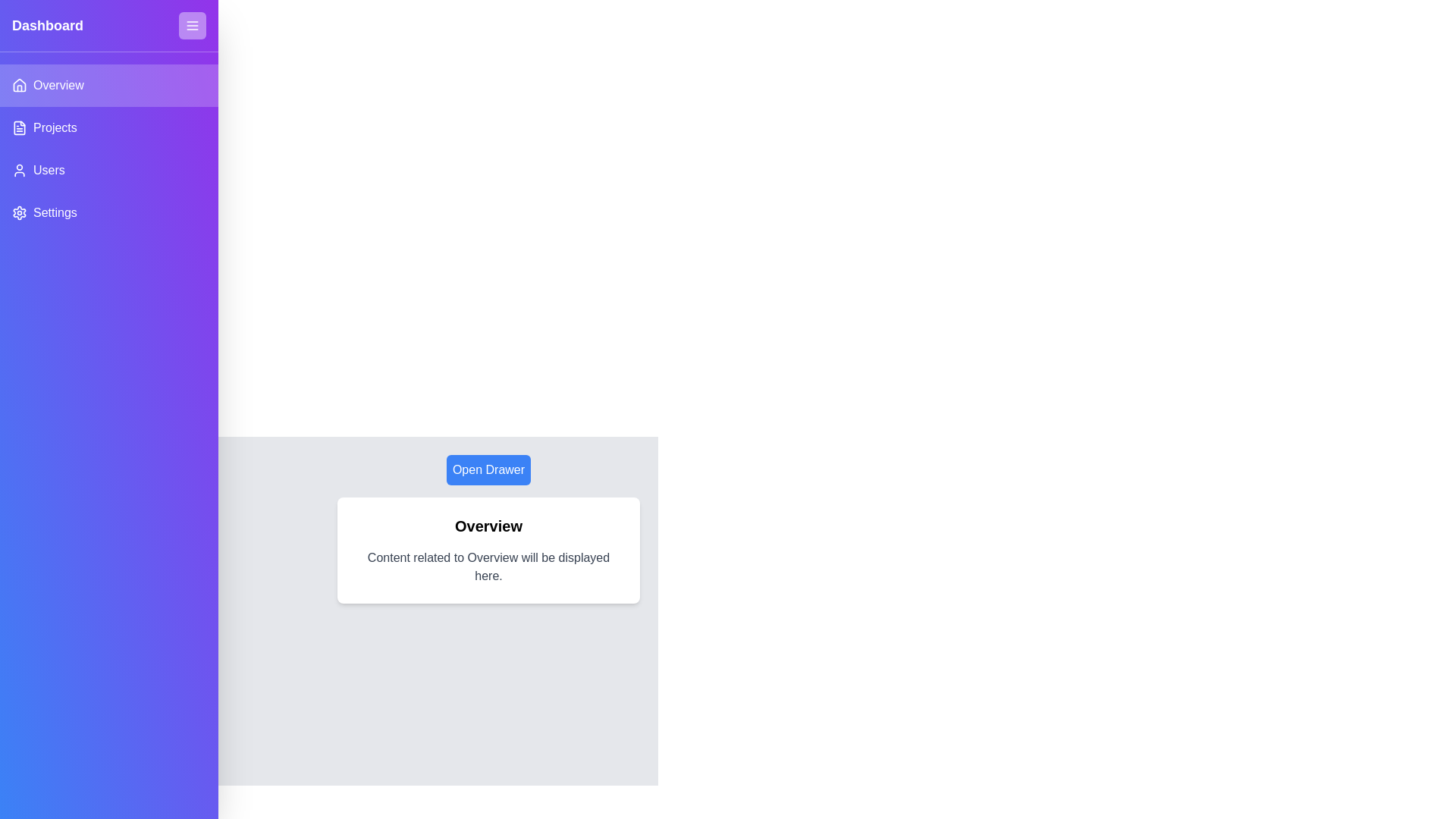 This screenshot has width=1456, height=819. What do you see at coordinates (192, 26) in the screenshot?
I see `close button located at the top-right corner of the drawer` at bounding box center [192, 26].